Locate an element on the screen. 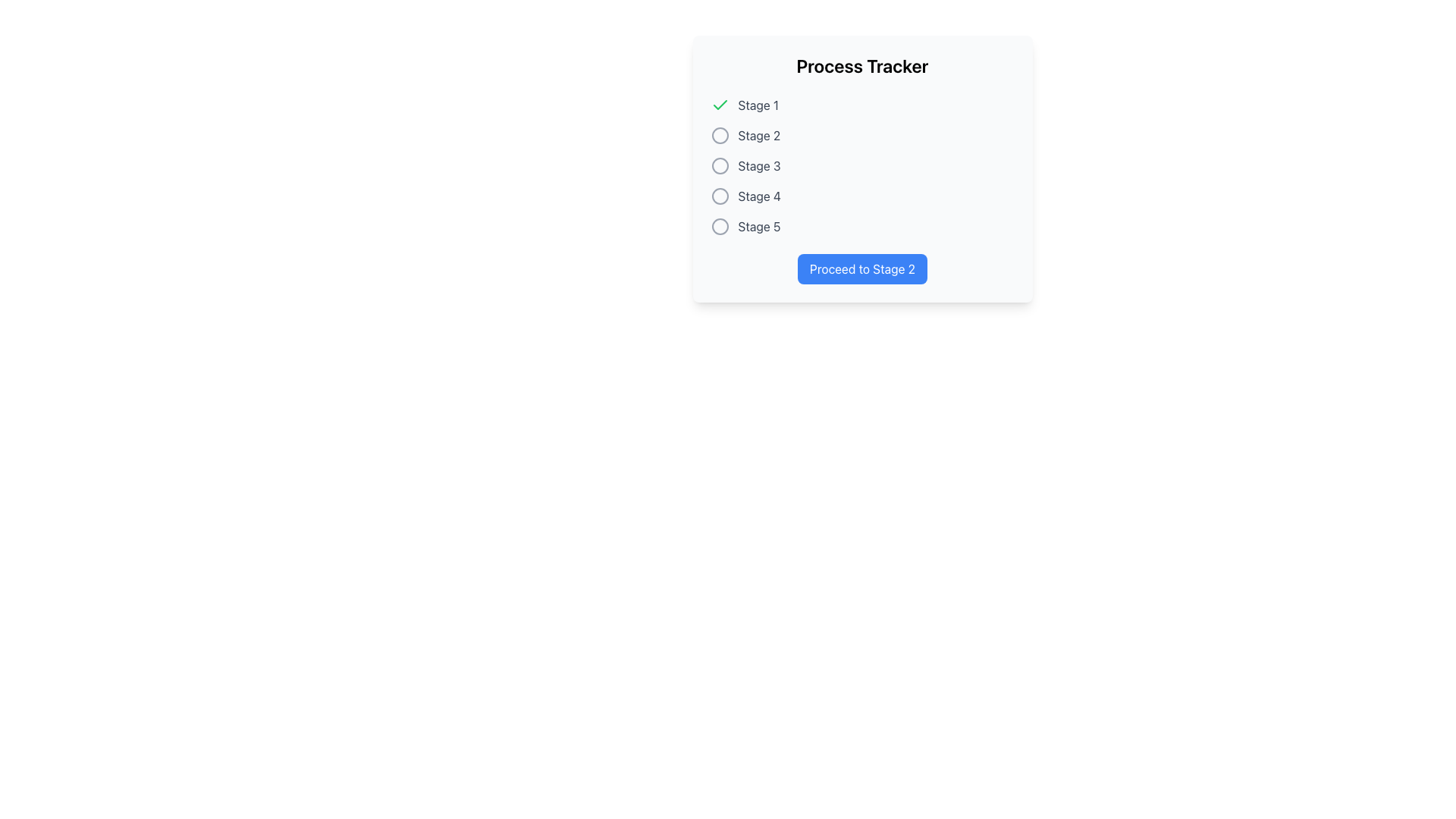 This screenshot has width=1456, height=819. the green checkmark icon that signifies a completed status, located to the left of the text 'Stage 1' in the process tracker component is located at coordinates (719, 104).